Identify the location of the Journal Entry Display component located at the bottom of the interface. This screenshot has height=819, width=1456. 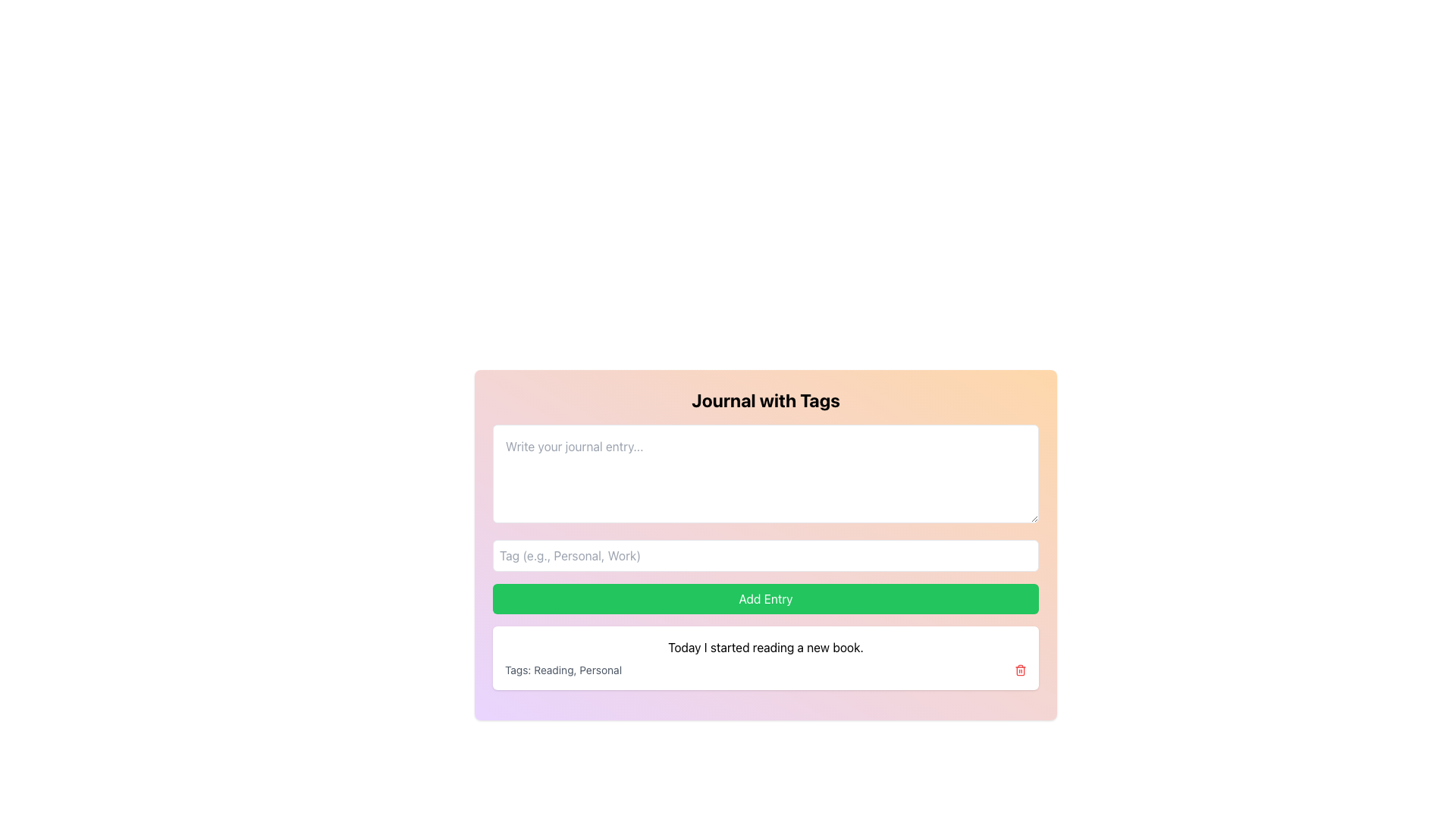
(765, 657).